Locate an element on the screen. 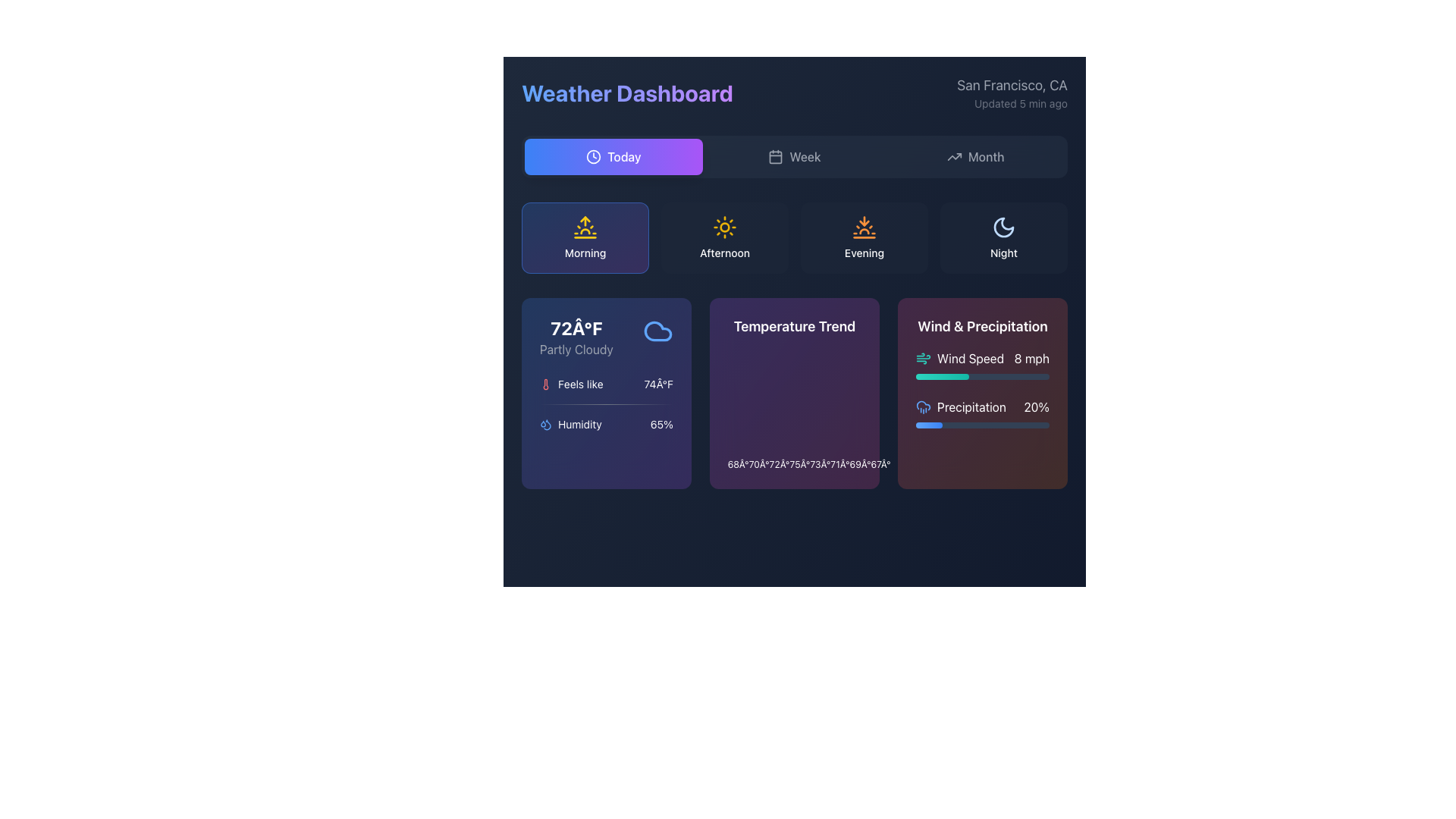  the vertical bar and label element indicating a temperature reading of '69°', which is part of a series of temperature values in the 'Temperature Trend' component is located at coordinates (860, 461).